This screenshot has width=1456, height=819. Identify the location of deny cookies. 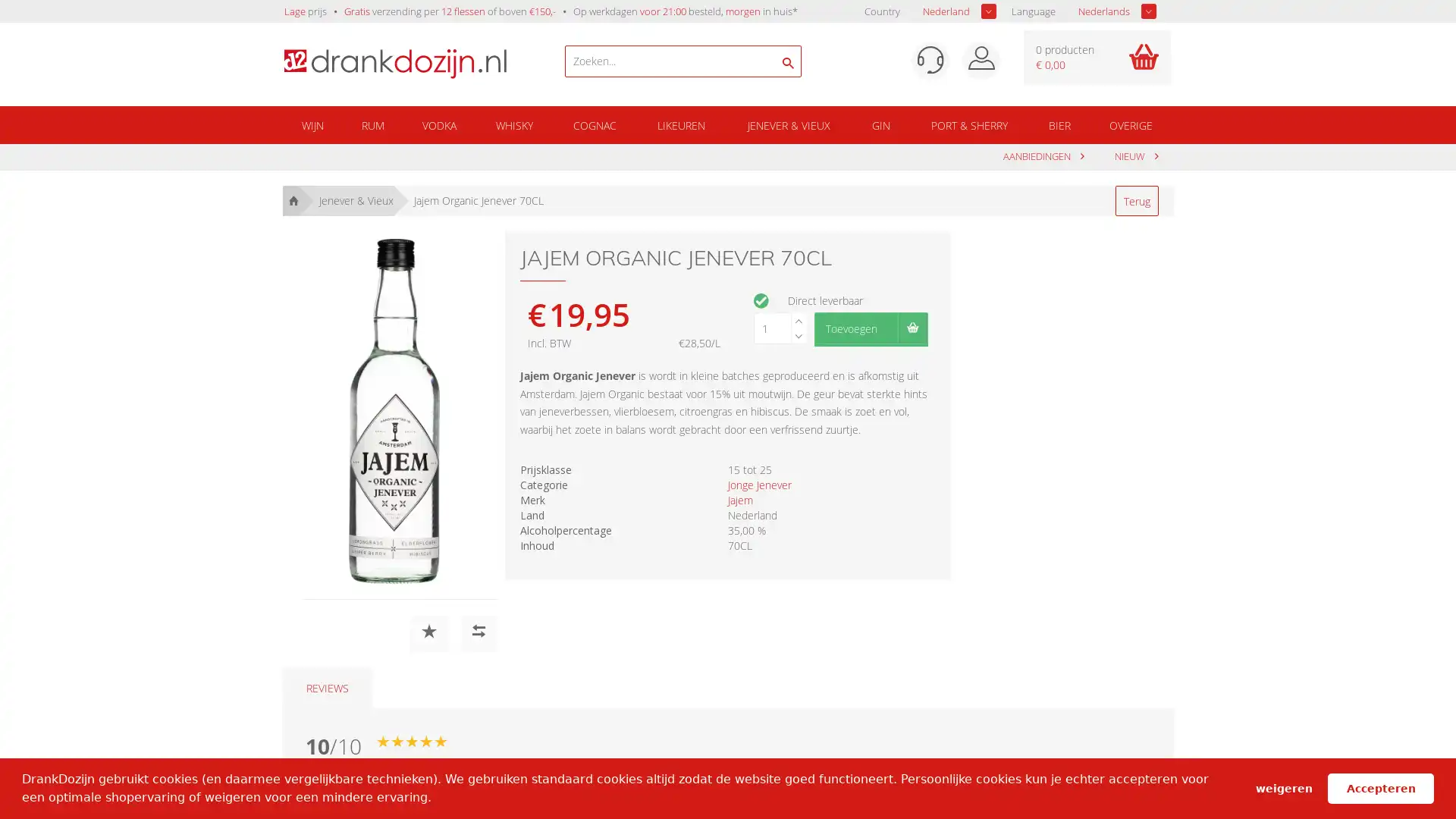
(1282, 787).